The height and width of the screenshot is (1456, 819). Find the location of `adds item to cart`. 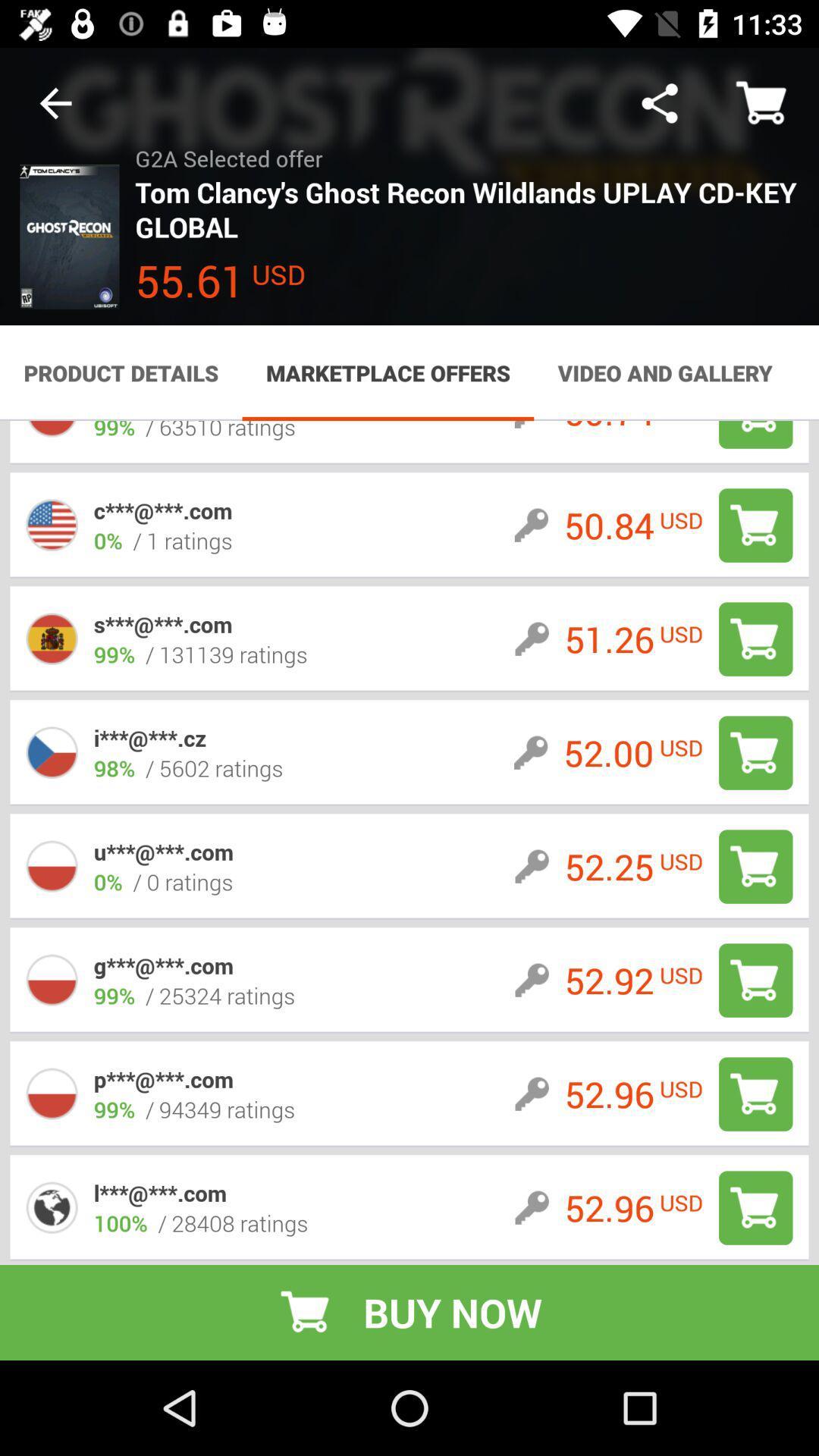

adds item to cart is located at coordinates (755, 753).